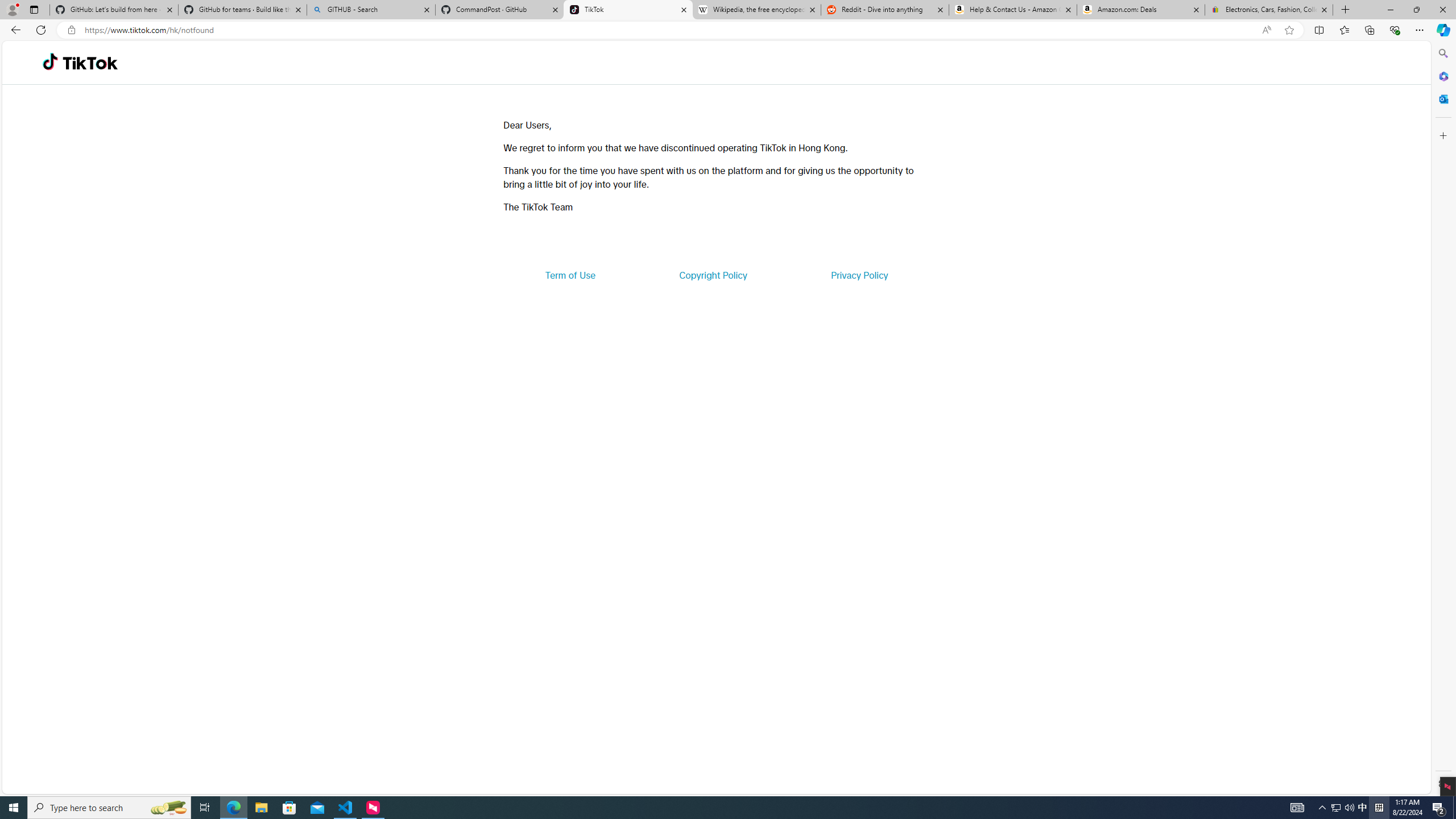  I want to click on 'Privacy Policy', so click(858, 274).